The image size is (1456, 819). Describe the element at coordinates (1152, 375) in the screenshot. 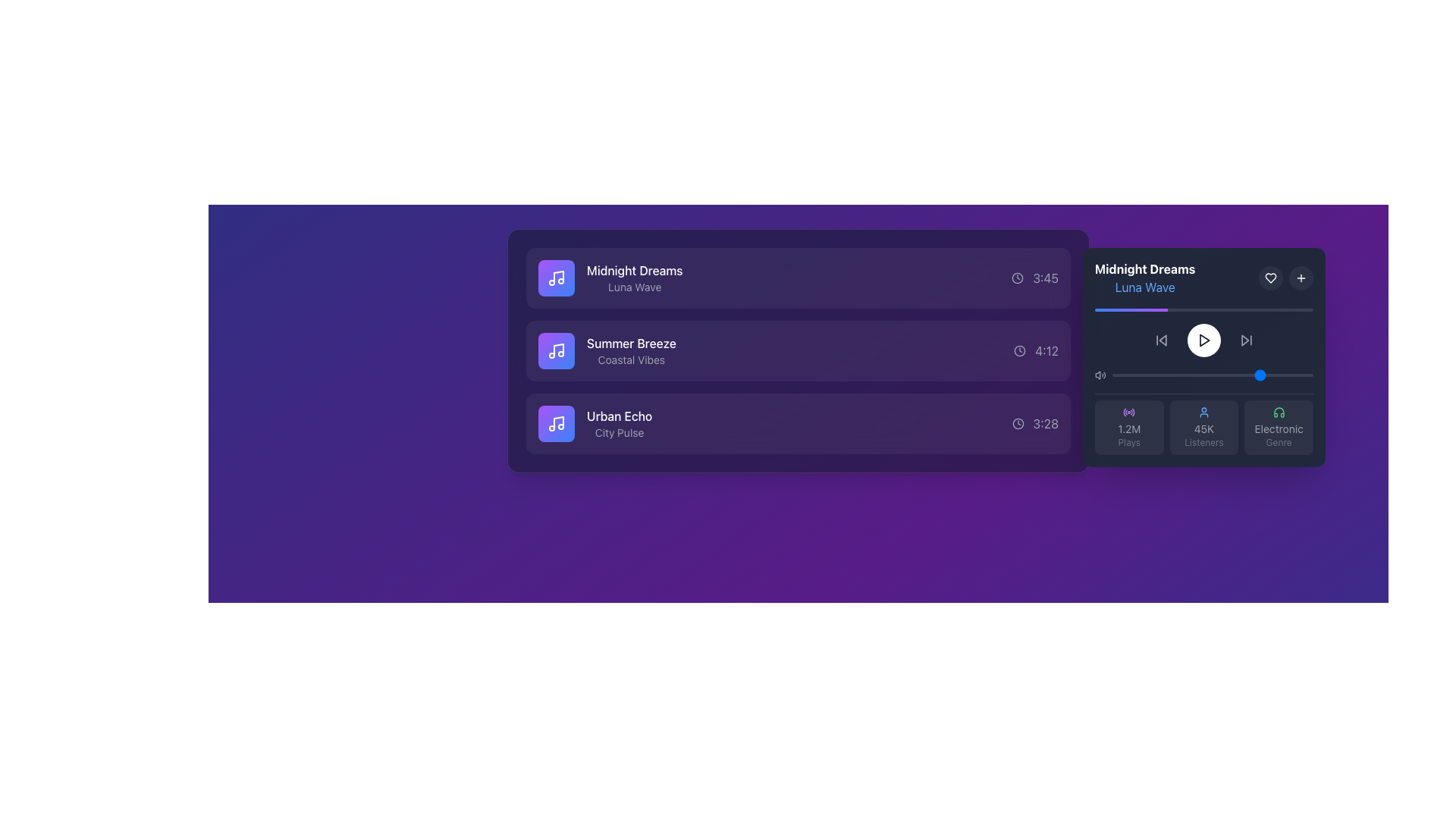

I see `the slider` at that location.